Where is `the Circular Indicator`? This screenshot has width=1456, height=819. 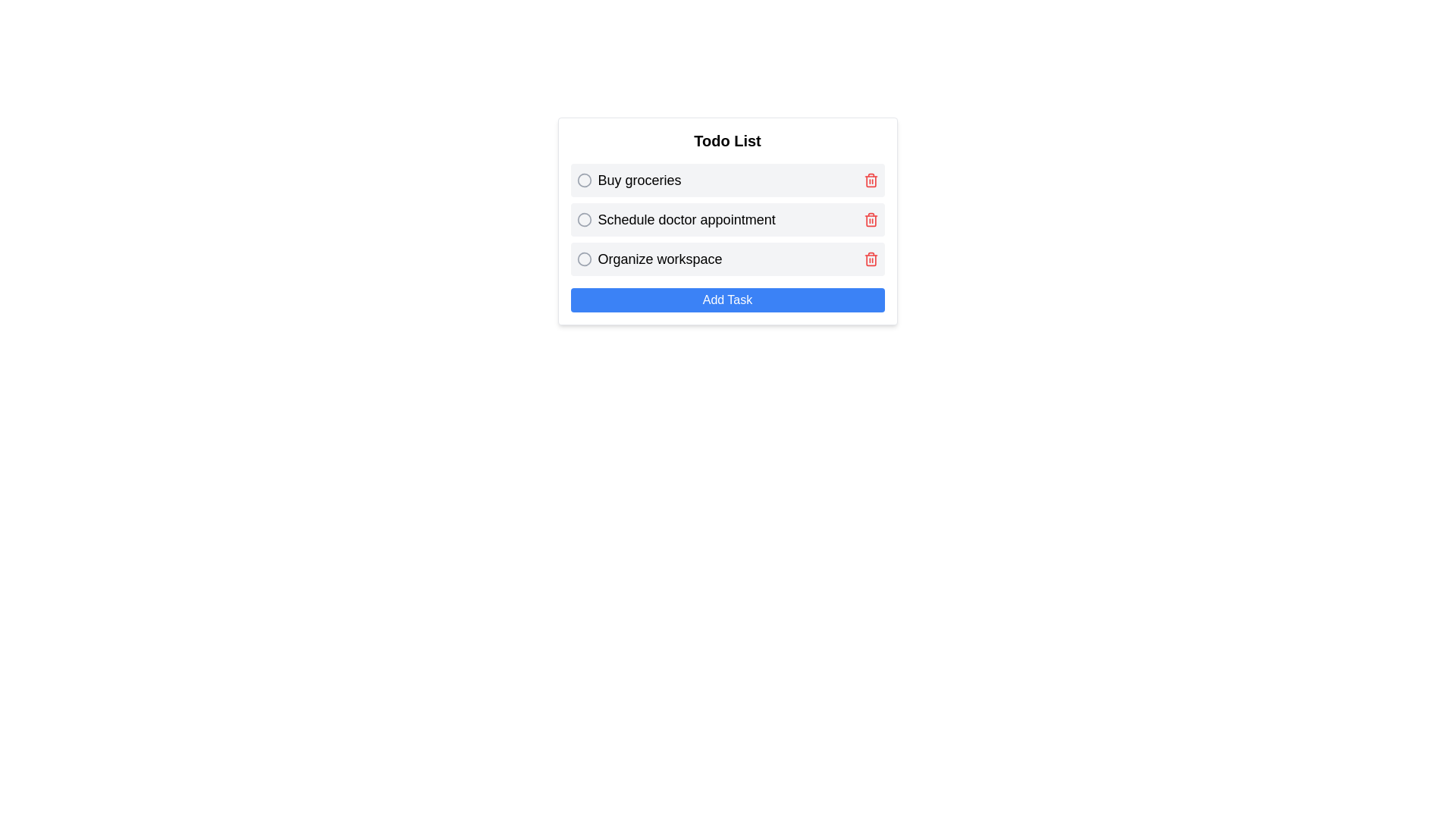
the Circular Indicator is located at coordinates (583, 180).